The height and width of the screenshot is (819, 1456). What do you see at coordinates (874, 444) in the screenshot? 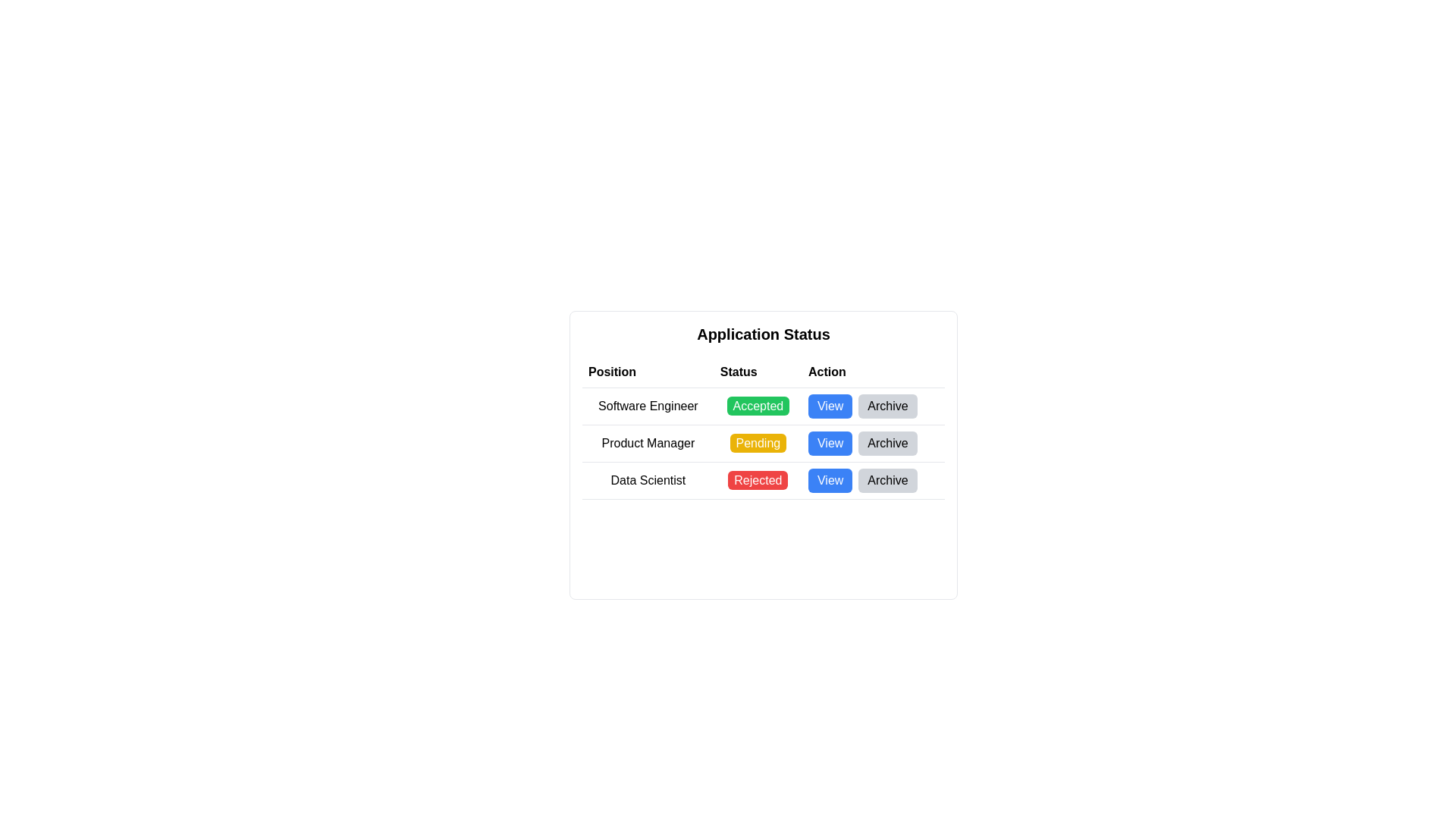
I see `the second button in the 'Action' column of the second row associated with the 'Product Manager' entry` at bounding box center [874, 444].